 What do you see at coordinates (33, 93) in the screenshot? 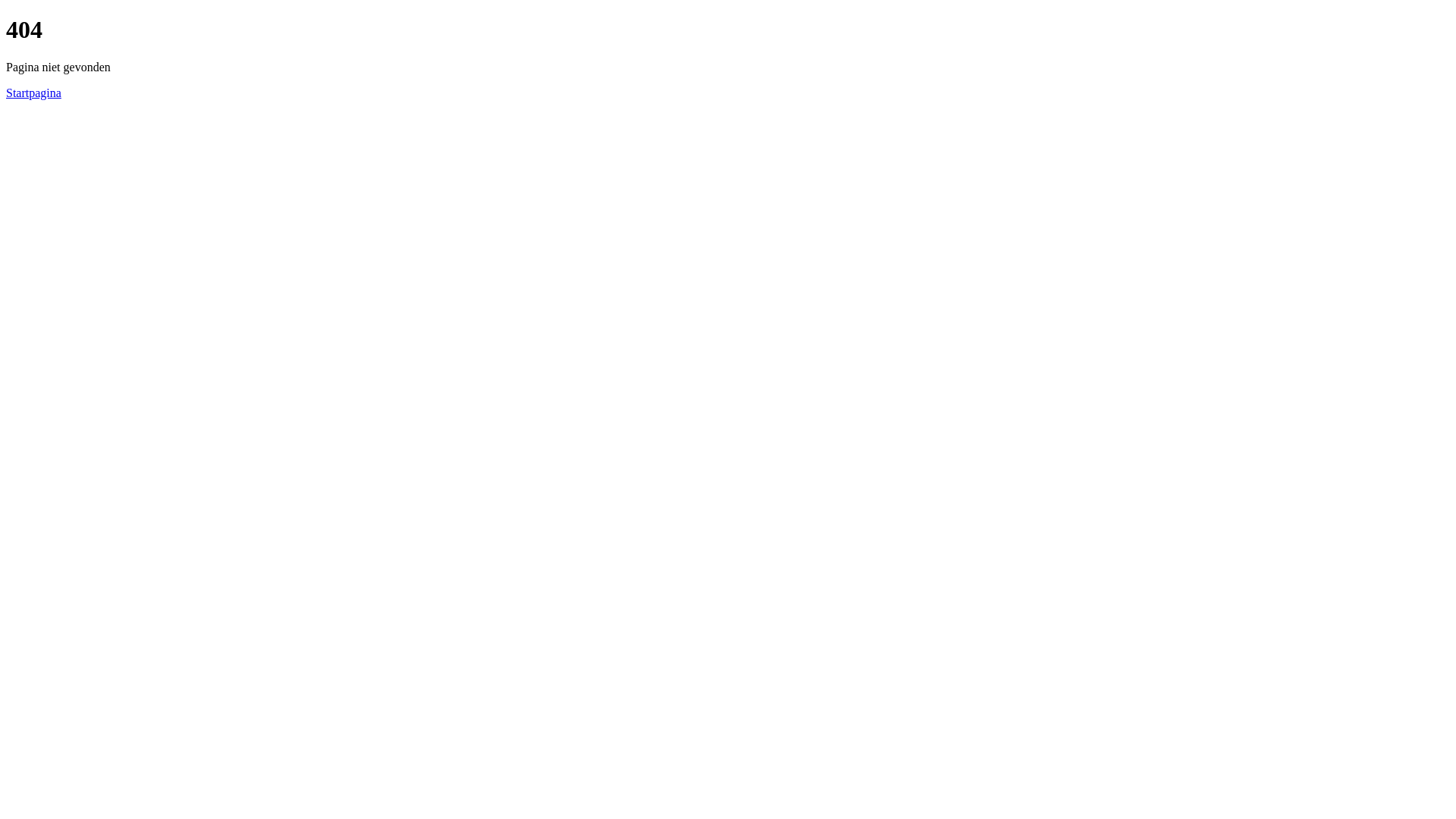
I see `'Startpagina'` at bounding box center [33, 93].